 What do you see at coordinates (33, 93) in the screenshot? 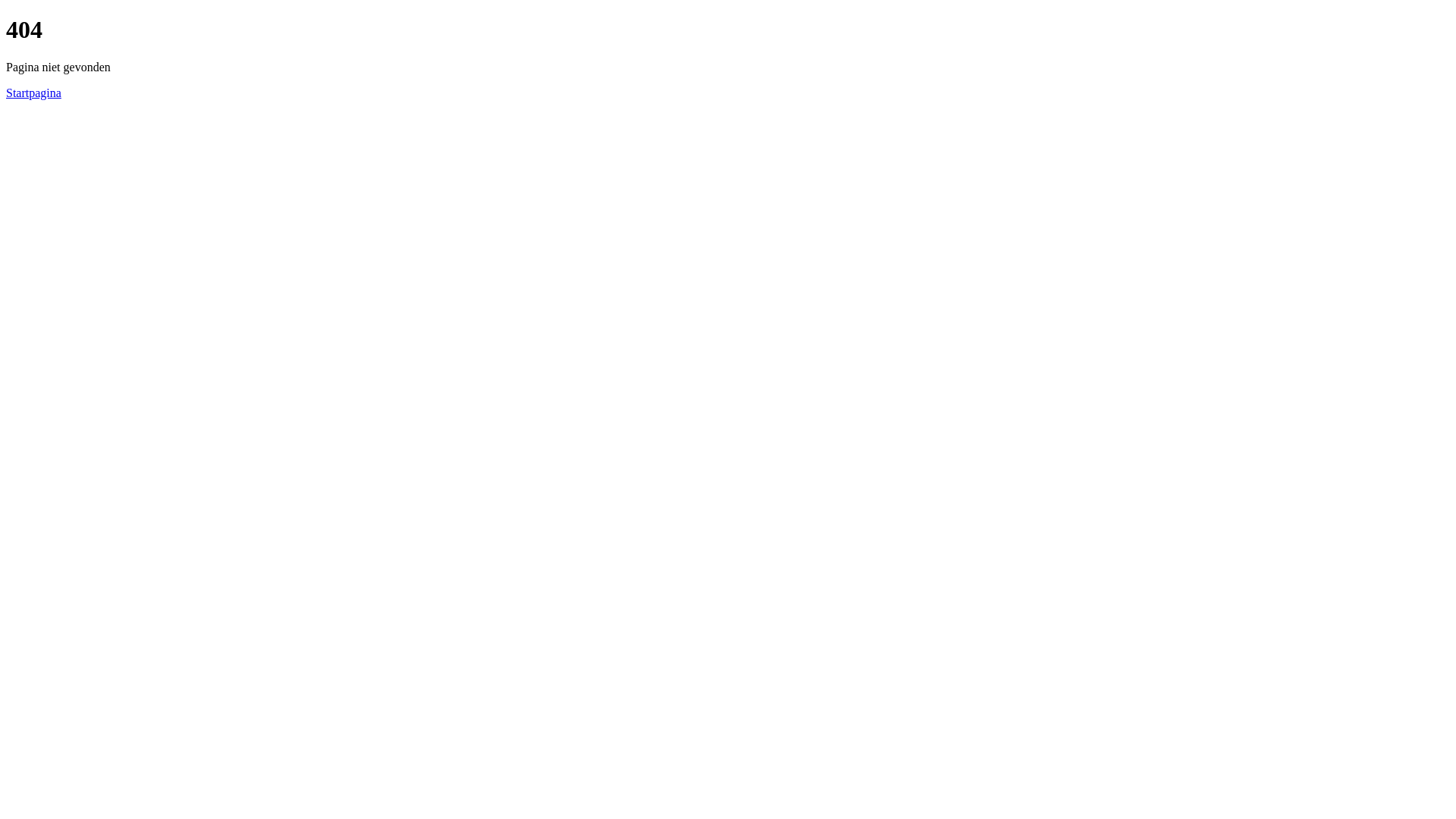
I see `'Startpagina'` at bounding box center [33, 93].